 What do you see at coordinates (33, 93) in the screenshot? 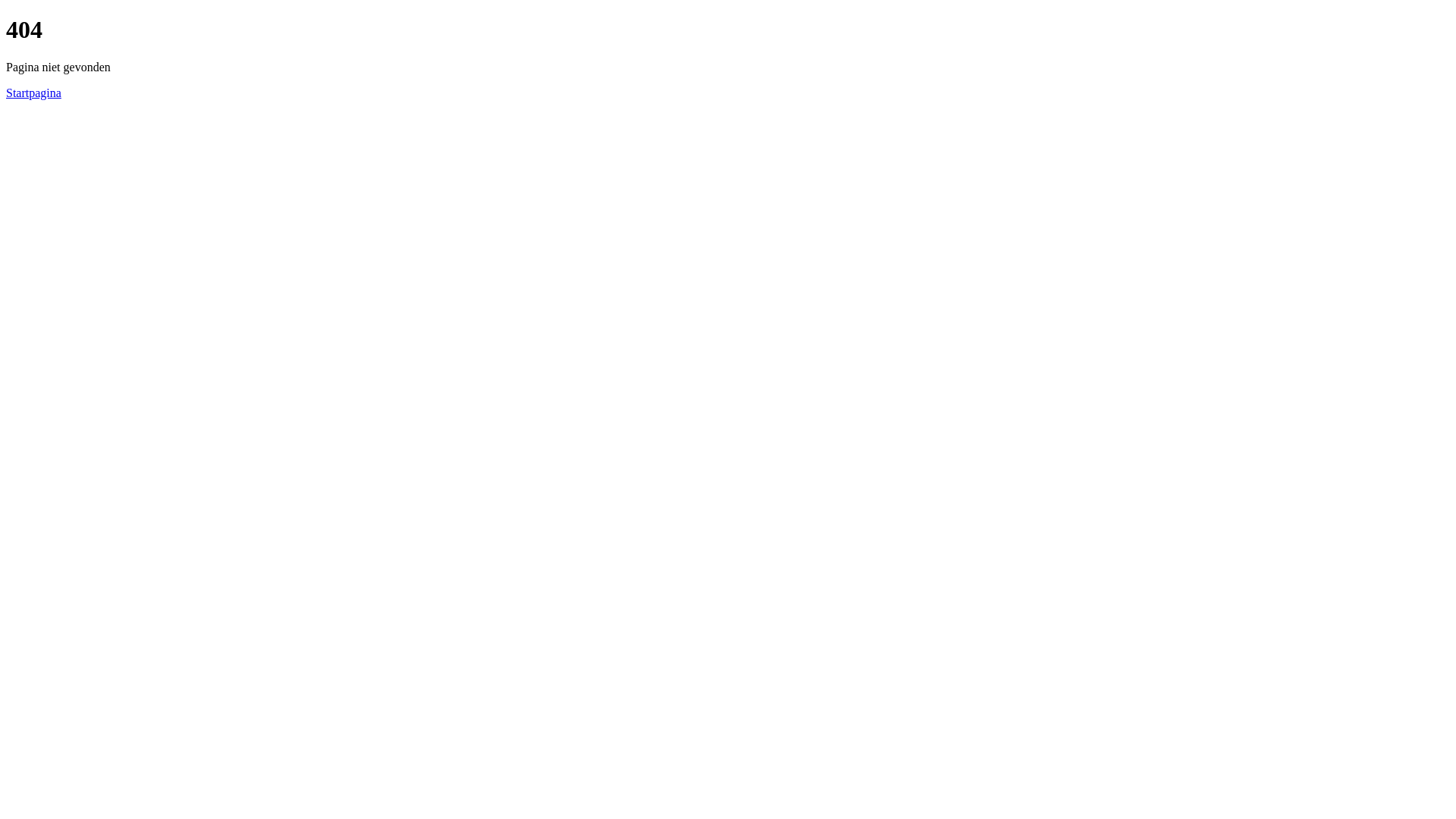
I see `'Startpagina'` at bounding box center [33, 93].